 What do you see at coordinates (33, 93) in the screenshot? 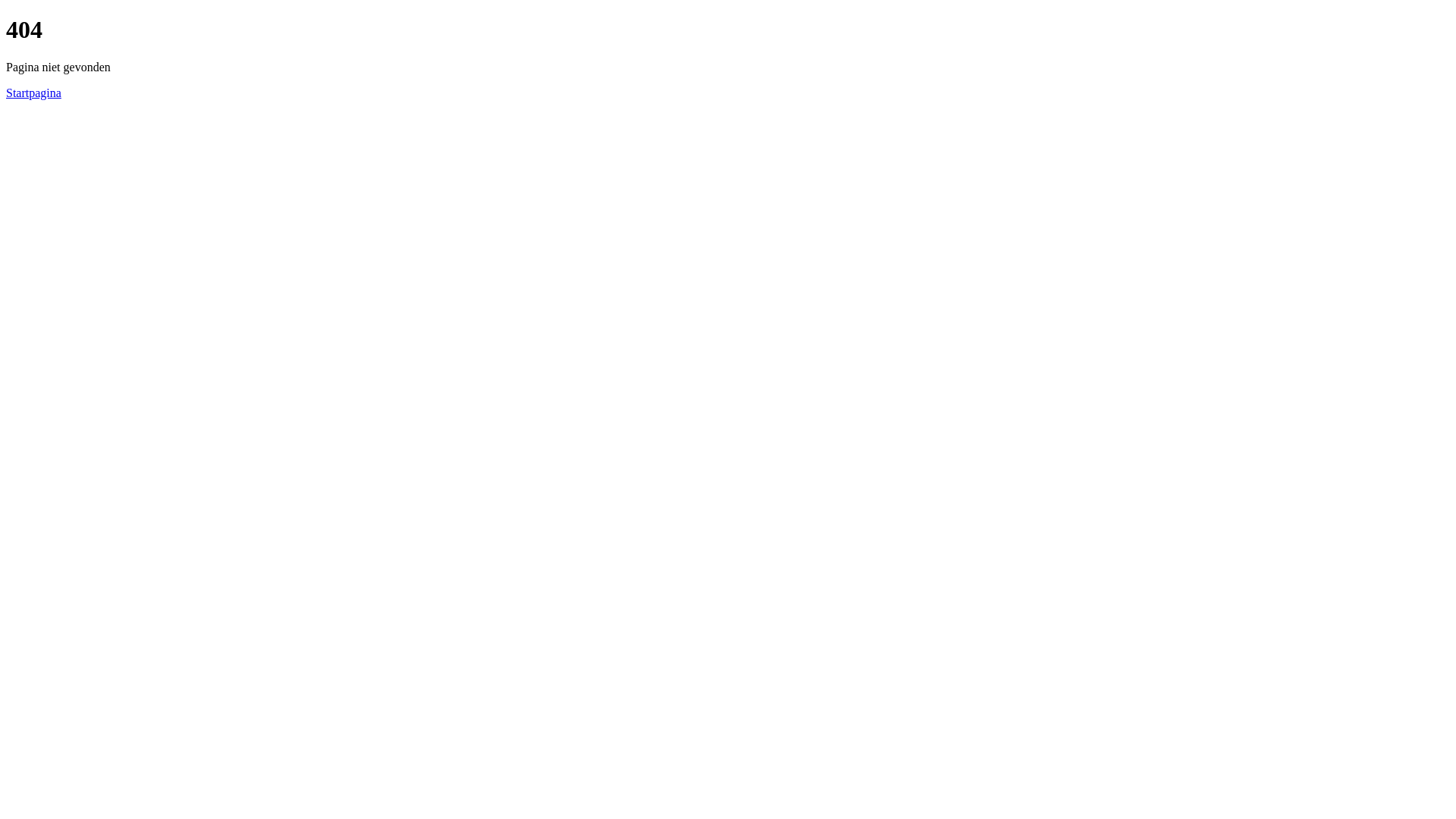
I see `'Startpagina'` at bounding box center [33, 93].